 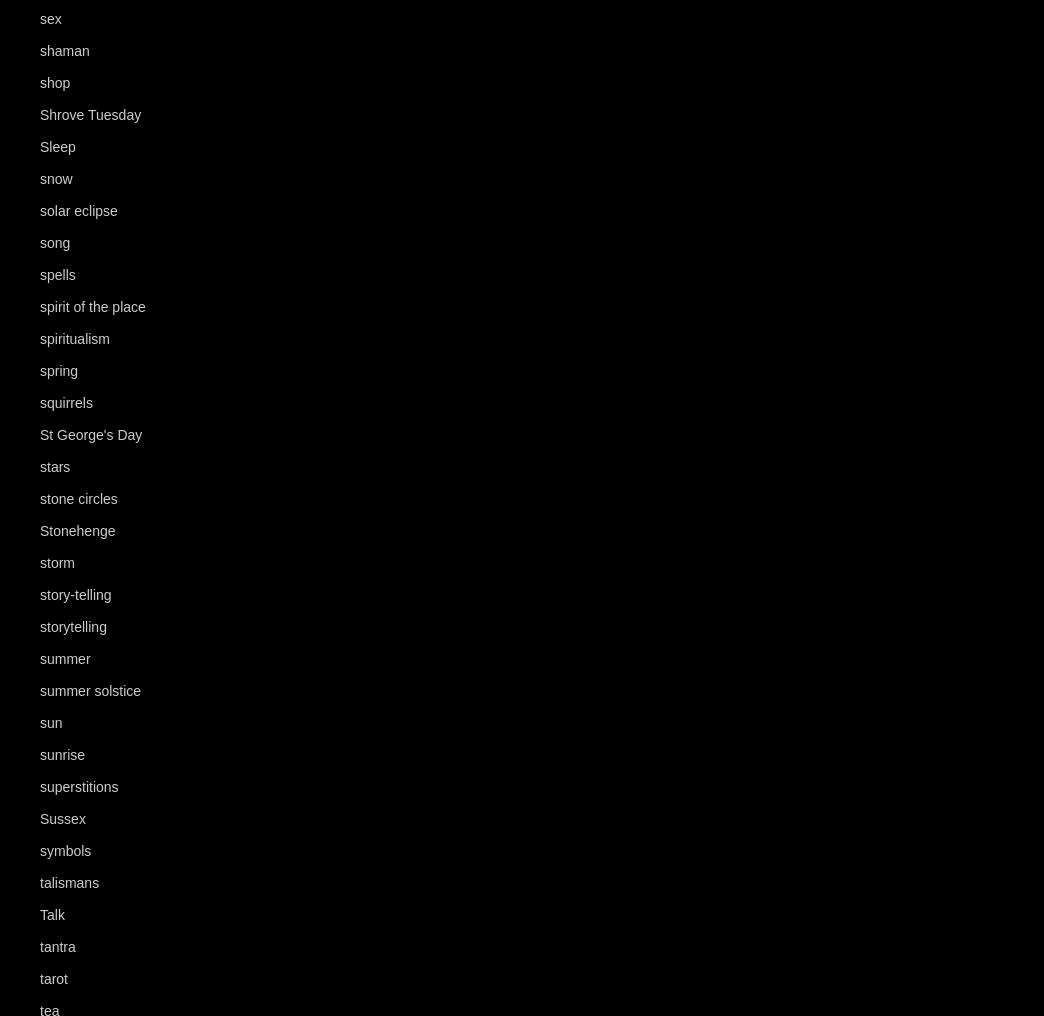 What do you see at coordinates (63, 50) in the screenshot?
I see `'shaman'` at bounding box center [63, 50].